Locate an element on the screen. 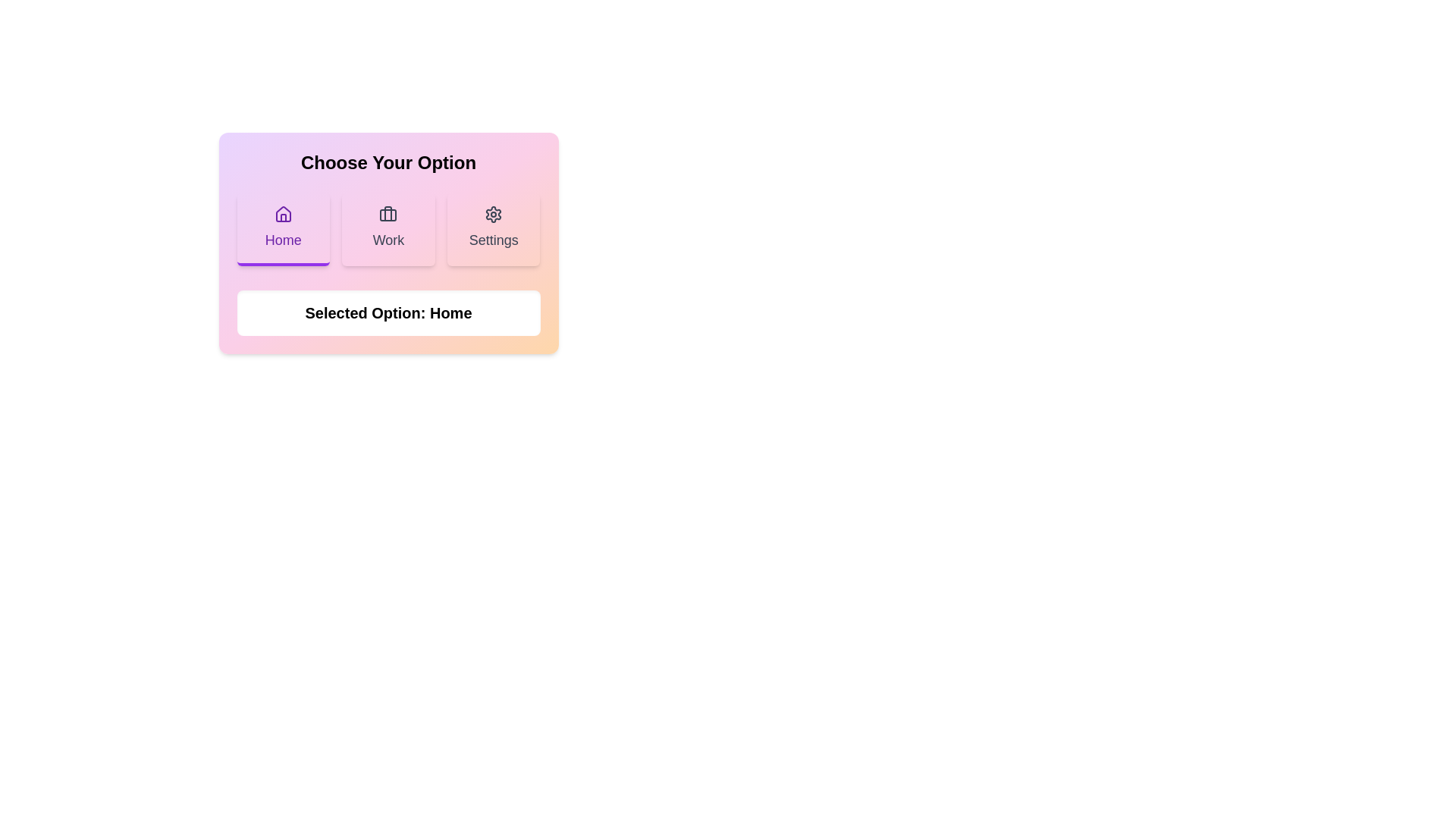  any of the buttons labeled 'Home', 'Work', or 'Settings' in the composite UI component titled 'Choose Your Option' is located at coordinates (388, 242).